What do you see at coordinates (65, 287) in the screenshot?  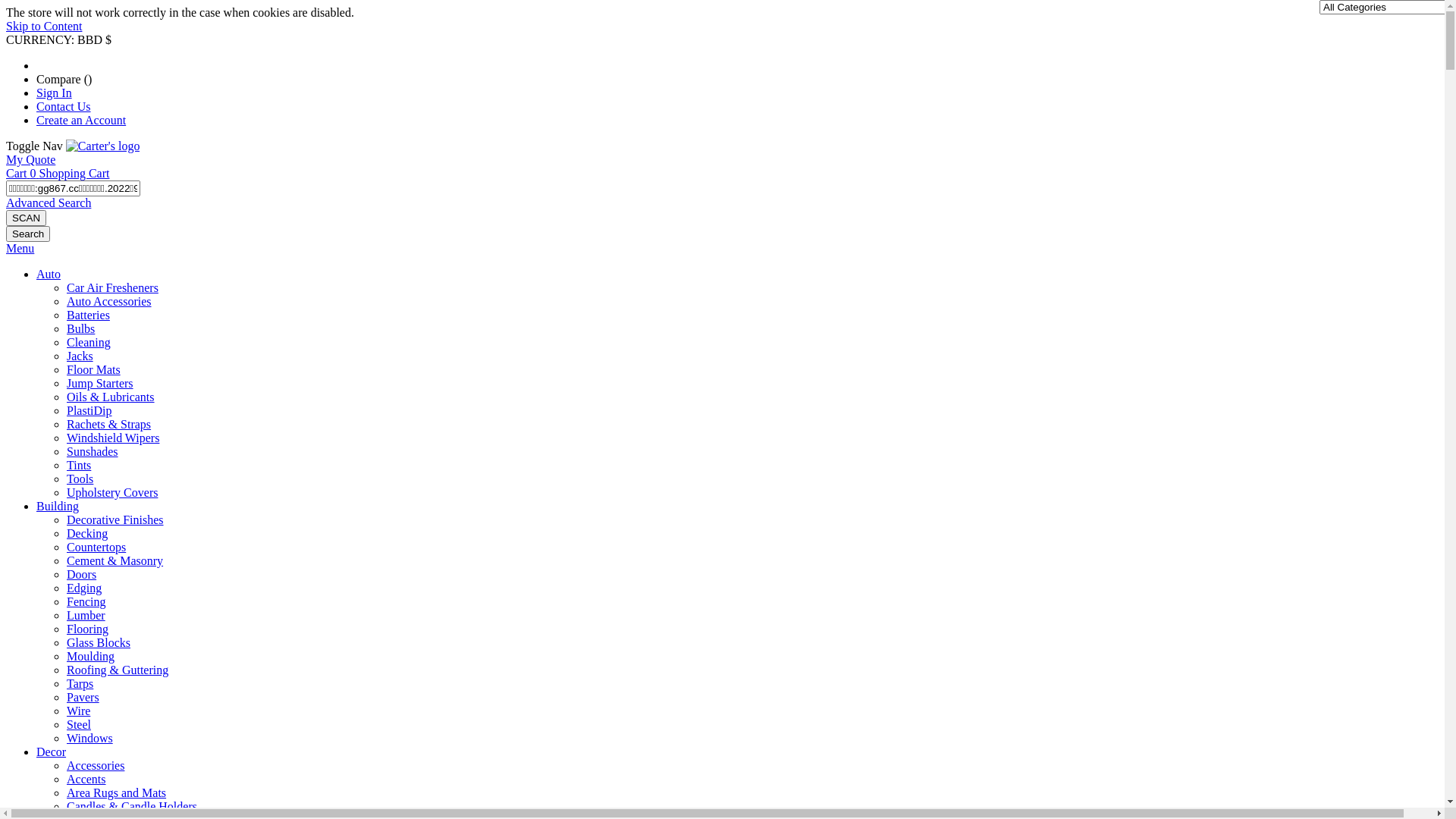 I see `'Car Air Fresheners'` at bounding box center [65, 287].